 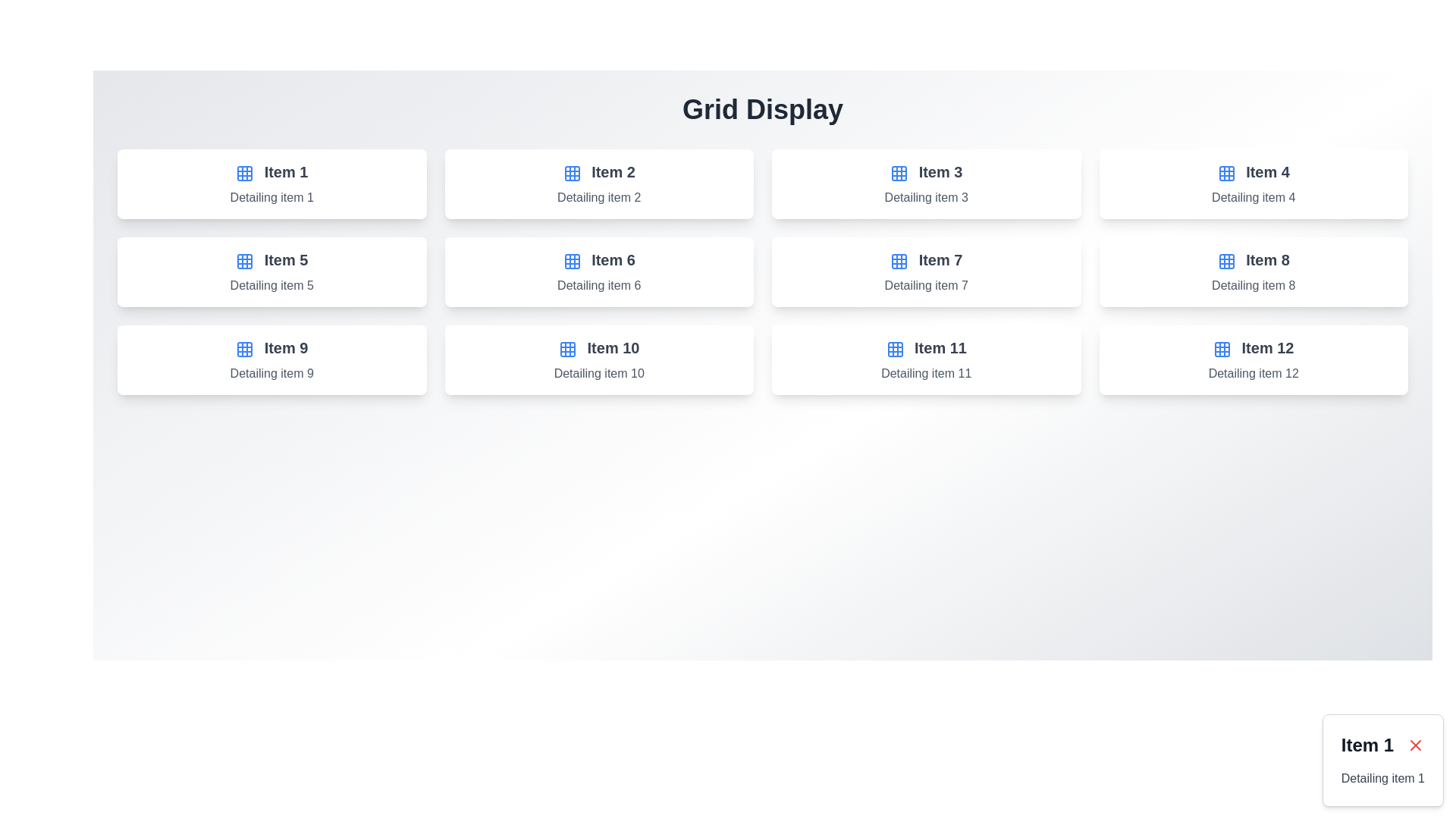 What do you see at coordinates (925, 197) in the screenshot?
I see `the text label styled in gray with the content 'Detailing item 3', located beneath the heading 'Item 3' in a card-like structure` at bounding box center [925, 197].